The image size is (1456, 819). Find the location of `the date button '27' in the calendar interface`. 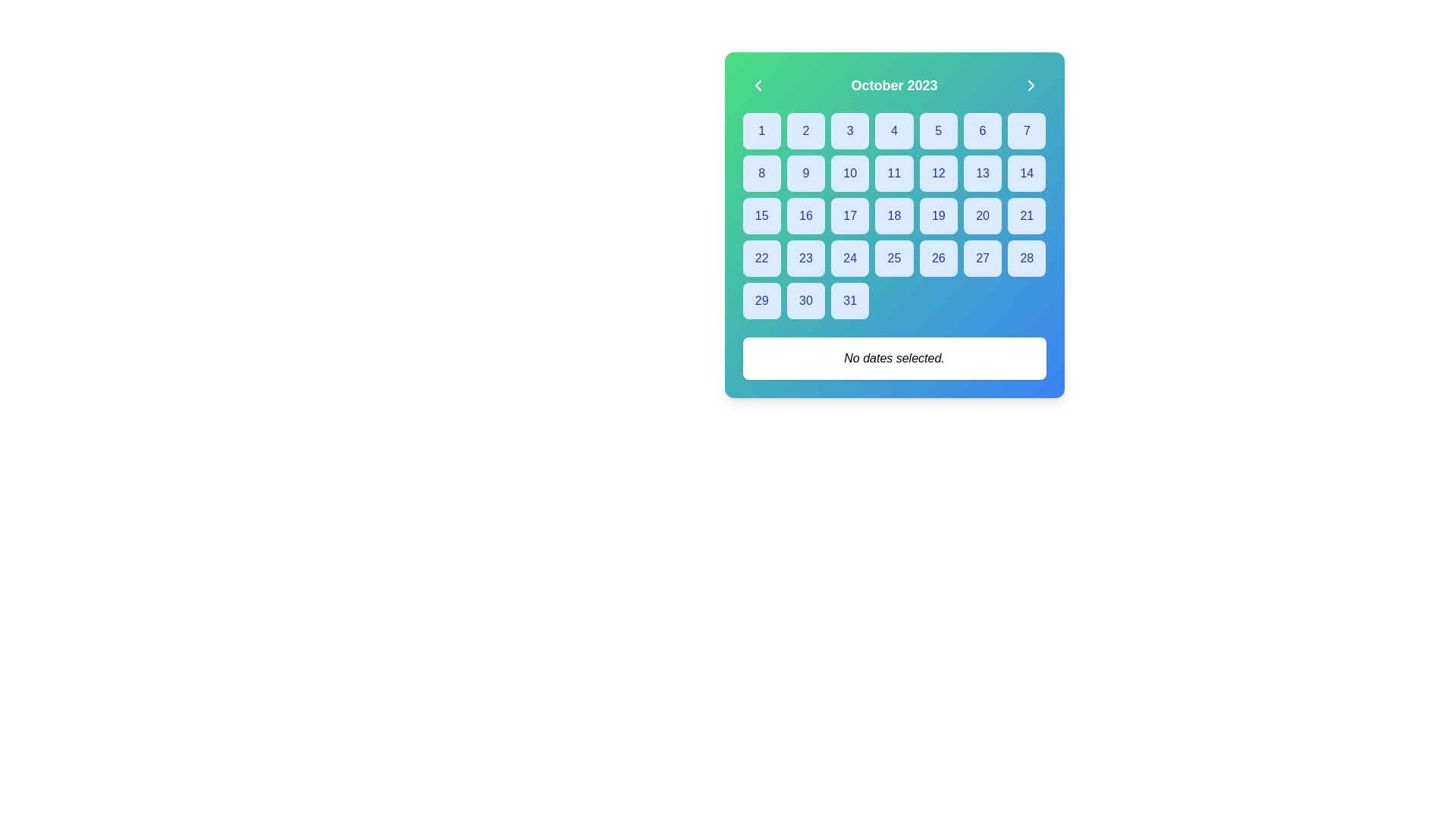

the date button '27' in the calendar interface is located at coordinates (983, 257).